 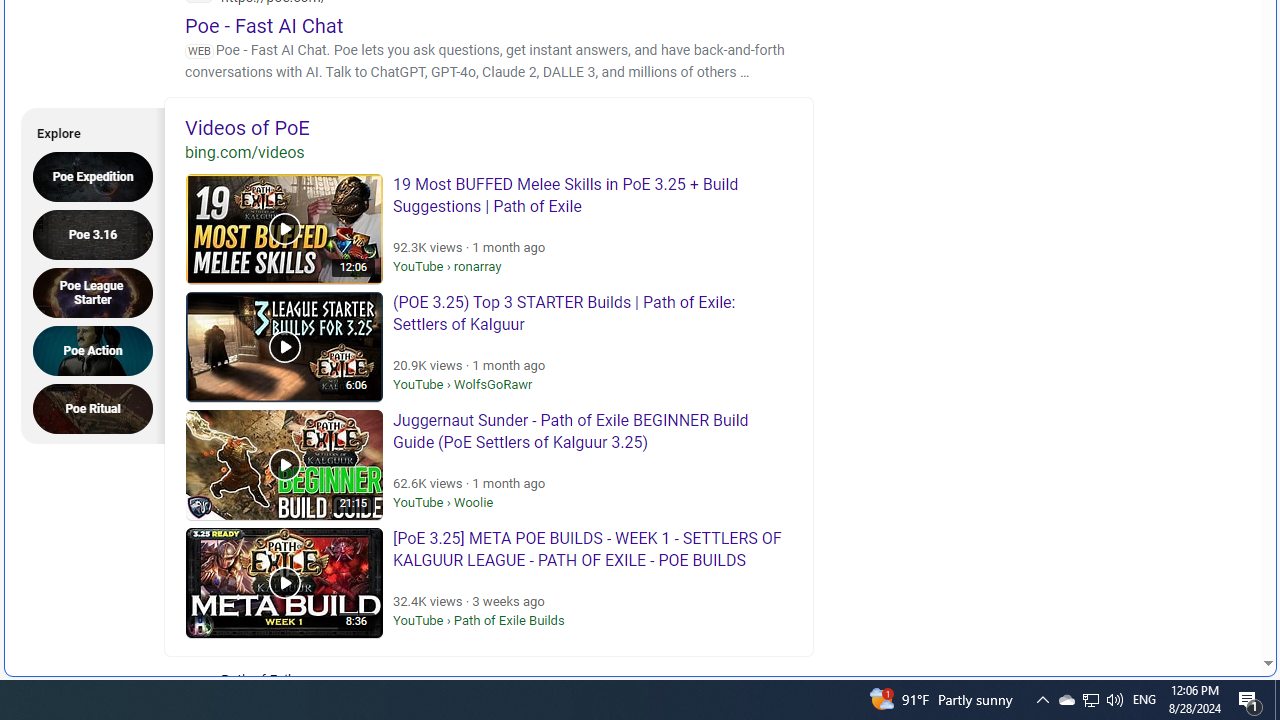 I want to click on 'Poe Action', so click(x=98, y=349).